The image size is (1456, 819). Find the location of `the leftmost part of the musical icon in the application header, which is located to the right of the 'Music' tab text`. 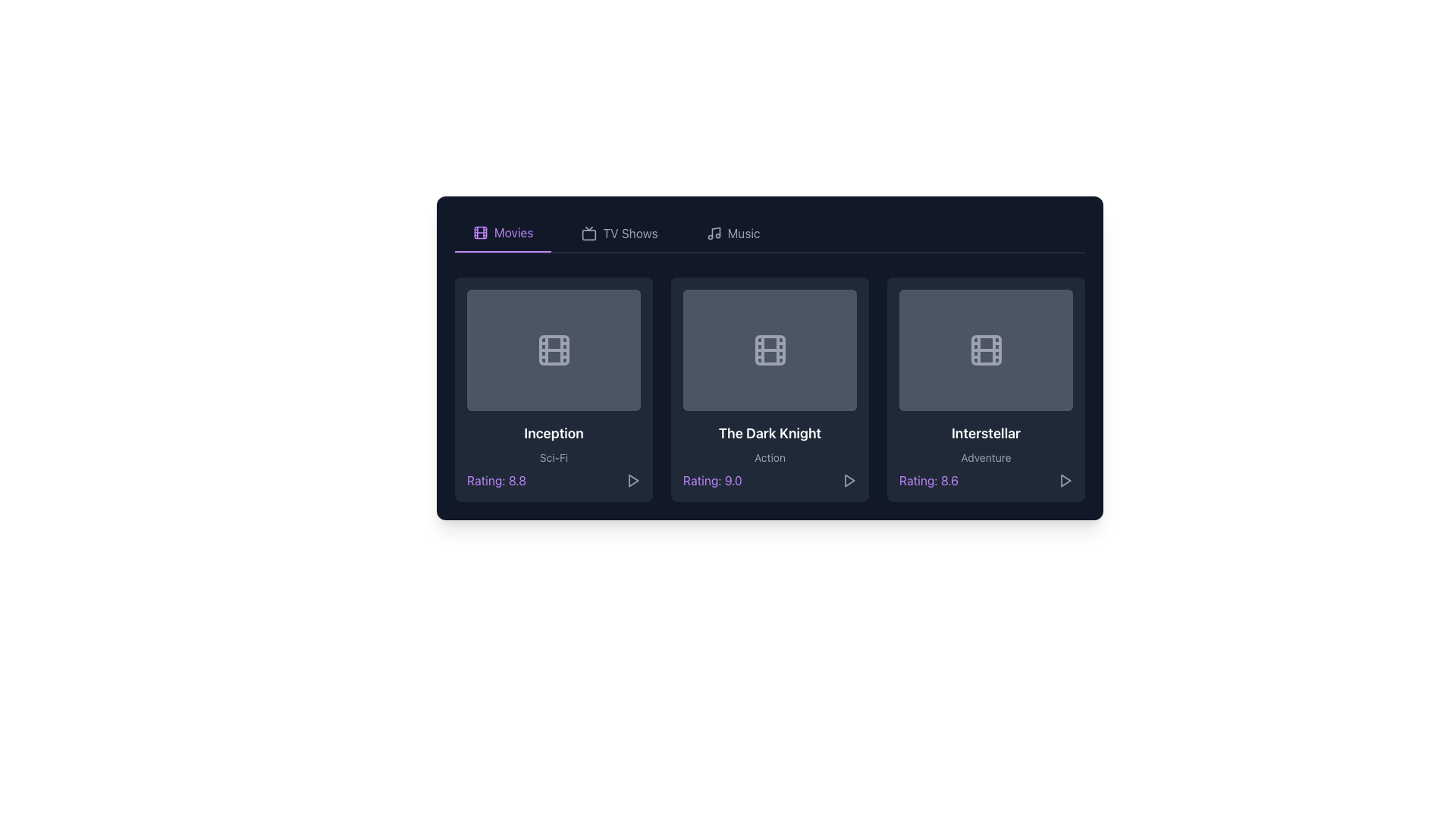

the leftmost part of the musical icon in the application header, which is located to the right of the 'Music' tab text is located at coordinates (715, 232).